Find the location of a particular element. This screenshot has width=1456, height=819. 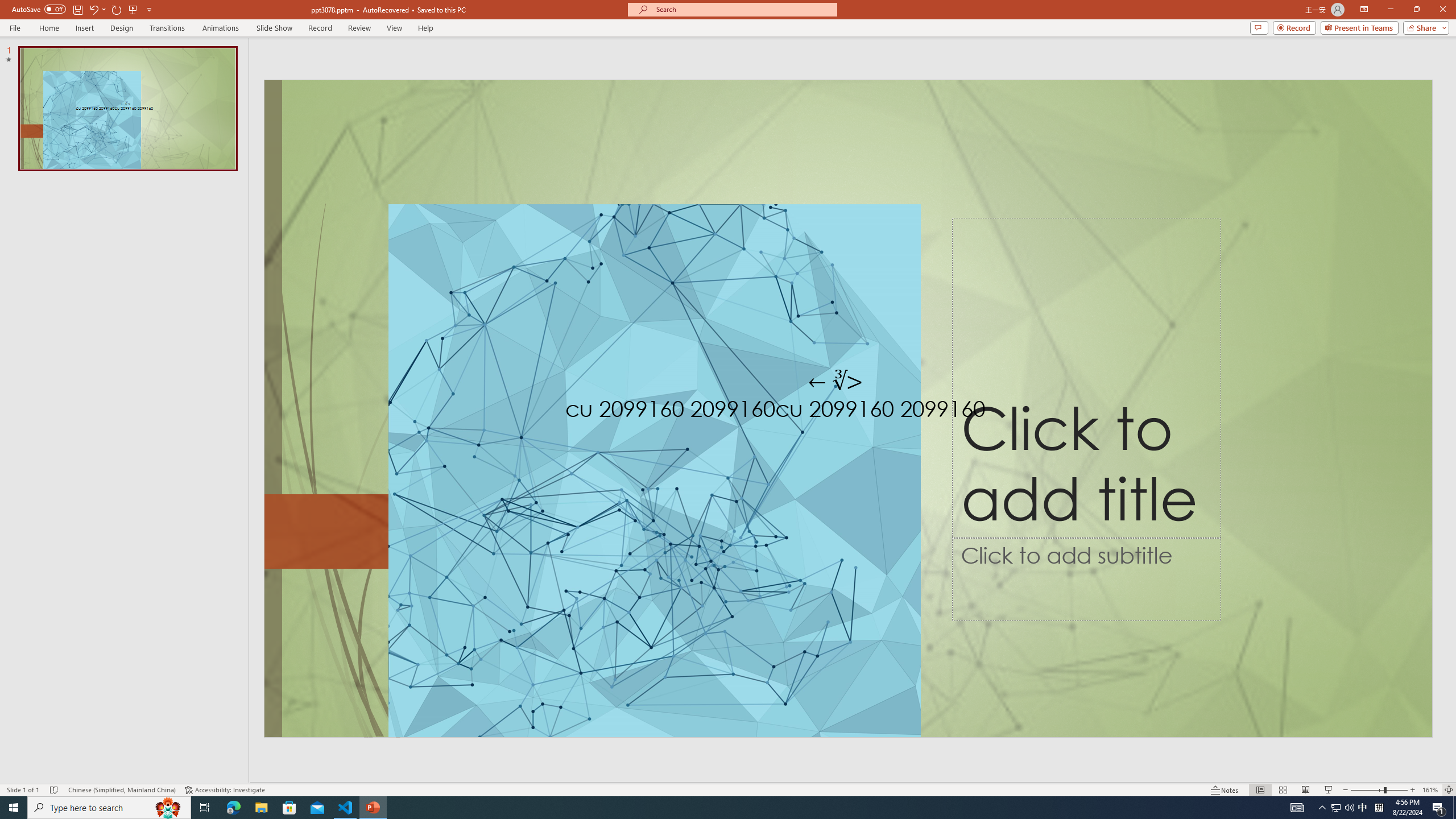

'Zoom 161%' is located at coordinates (1430, 790).